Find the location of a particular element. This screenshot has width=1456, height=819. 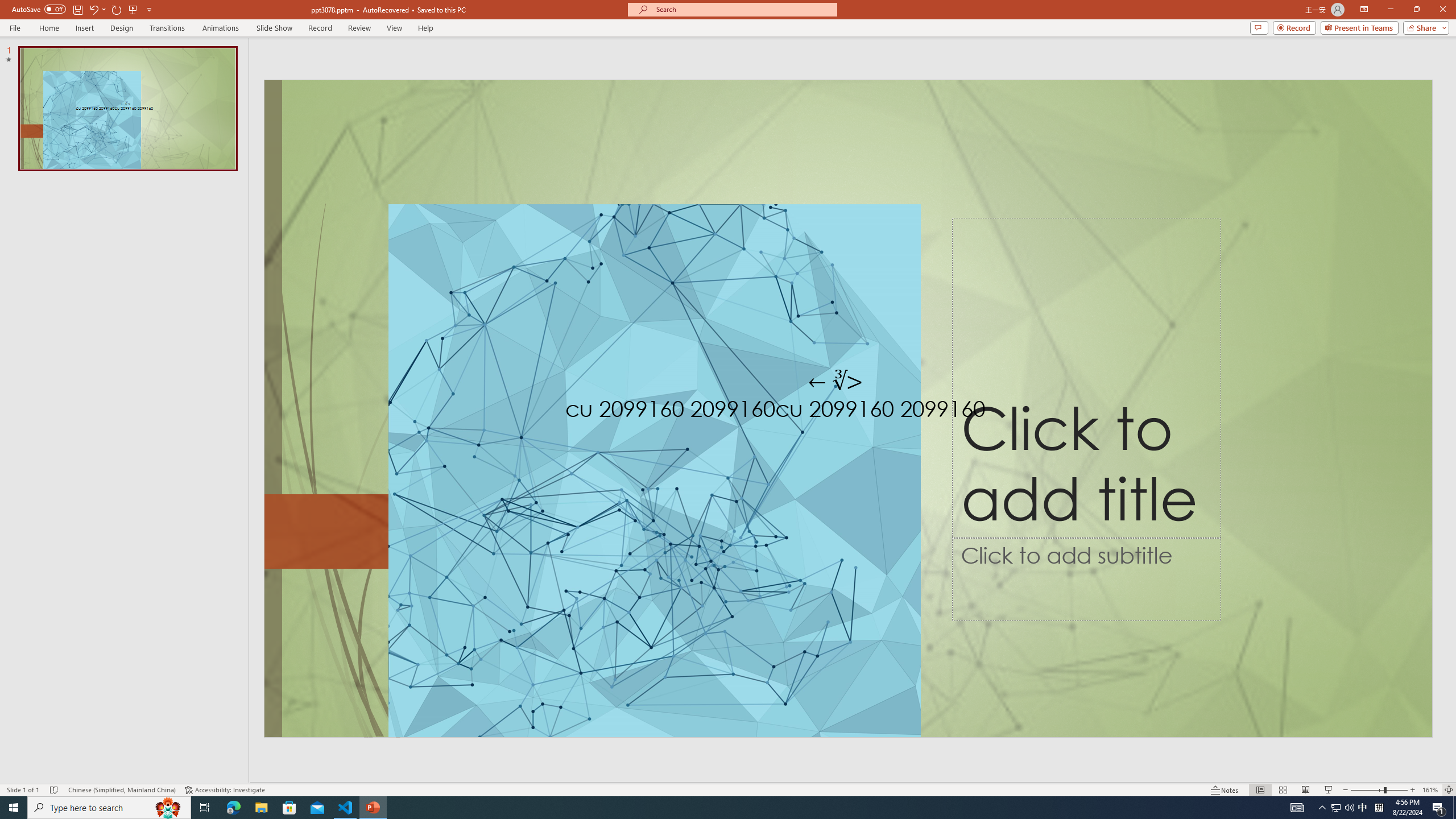

'Zoom 161%' is located at coordinates (1430, 790).